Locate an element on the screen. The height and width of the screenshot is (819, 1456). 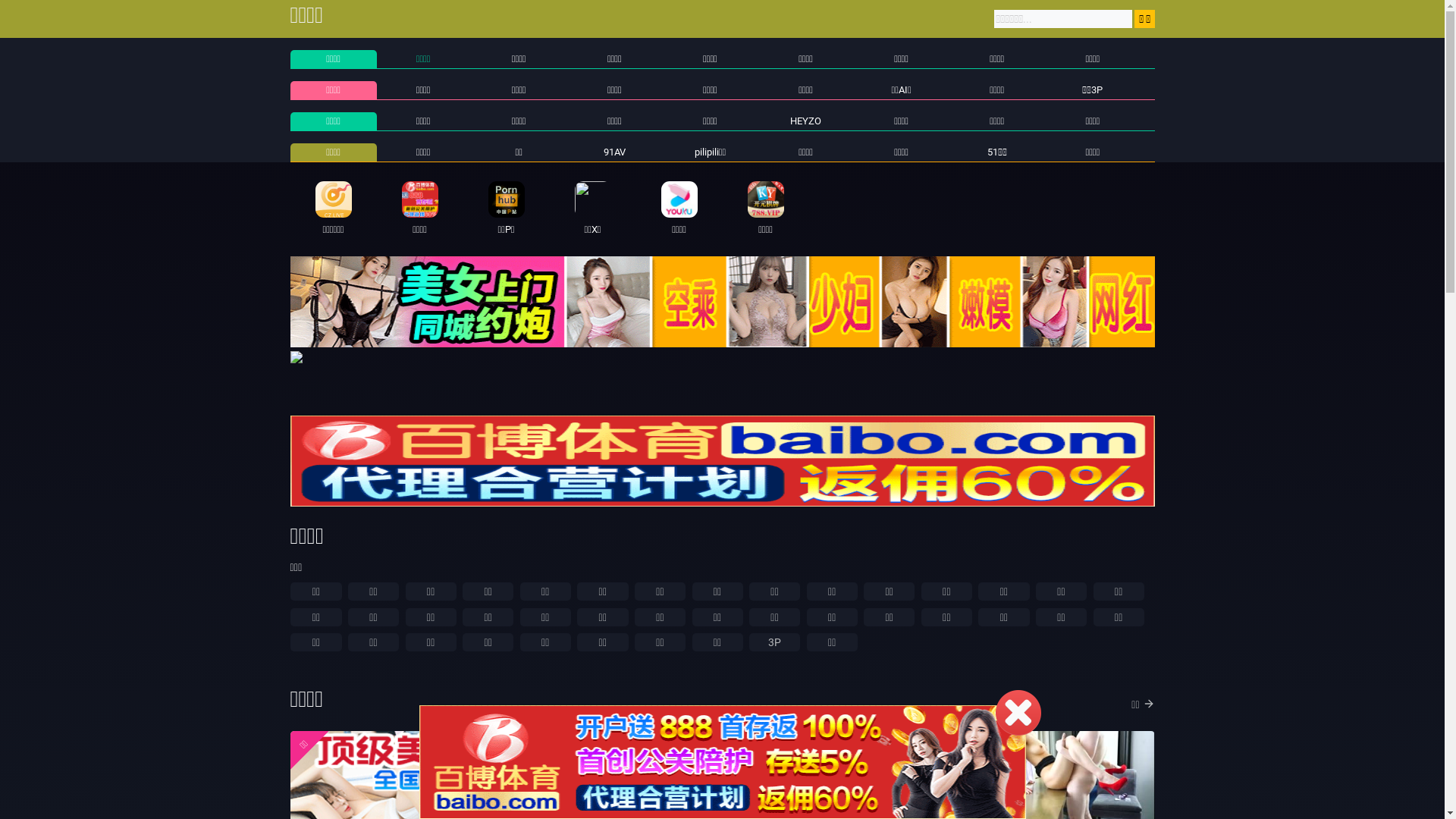
'91AV' is located at coordinates (614, 152).